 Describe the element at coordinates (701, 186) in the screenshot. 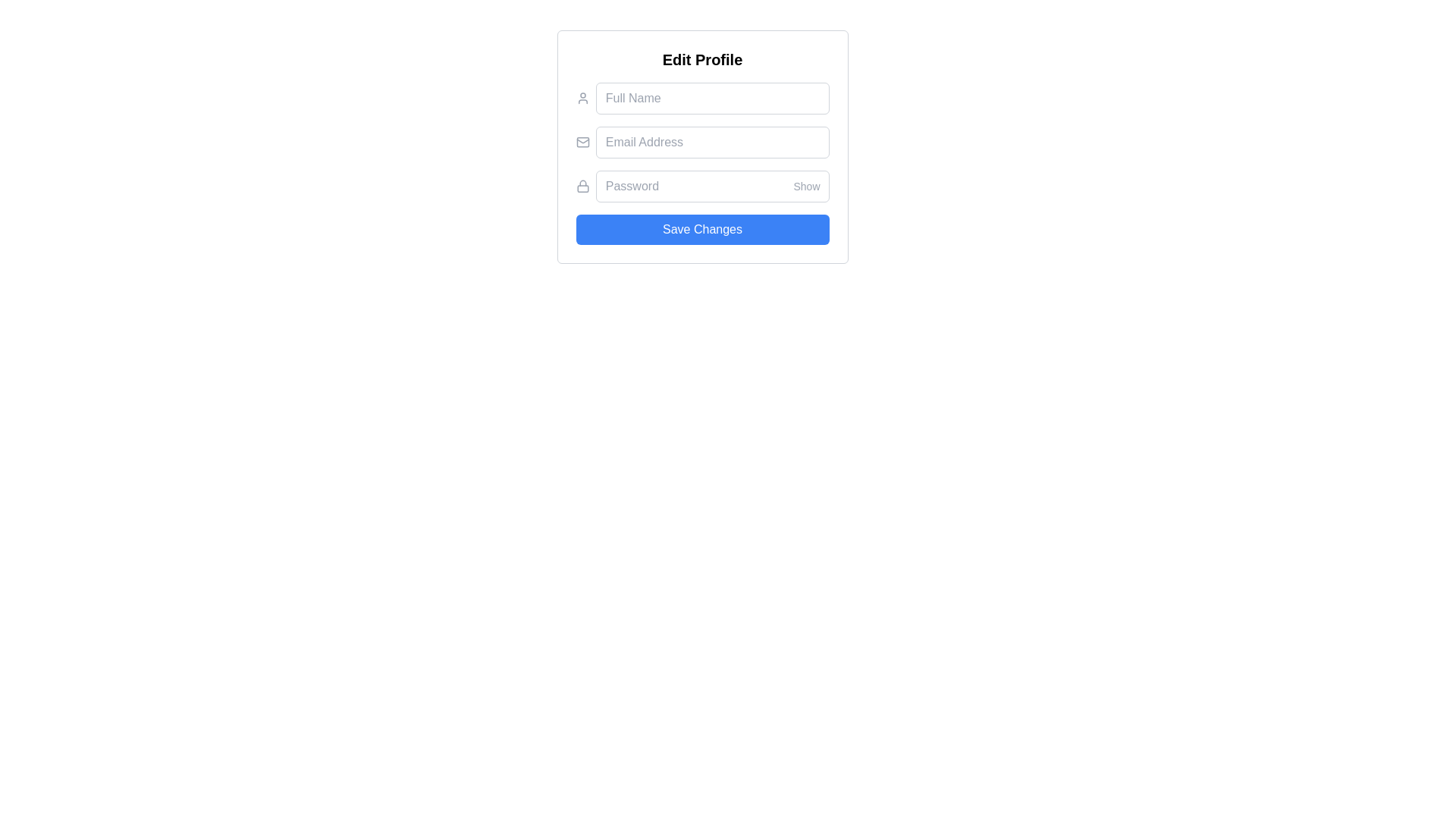

I see `the password input field and visibility toggle of the form group` at that location.